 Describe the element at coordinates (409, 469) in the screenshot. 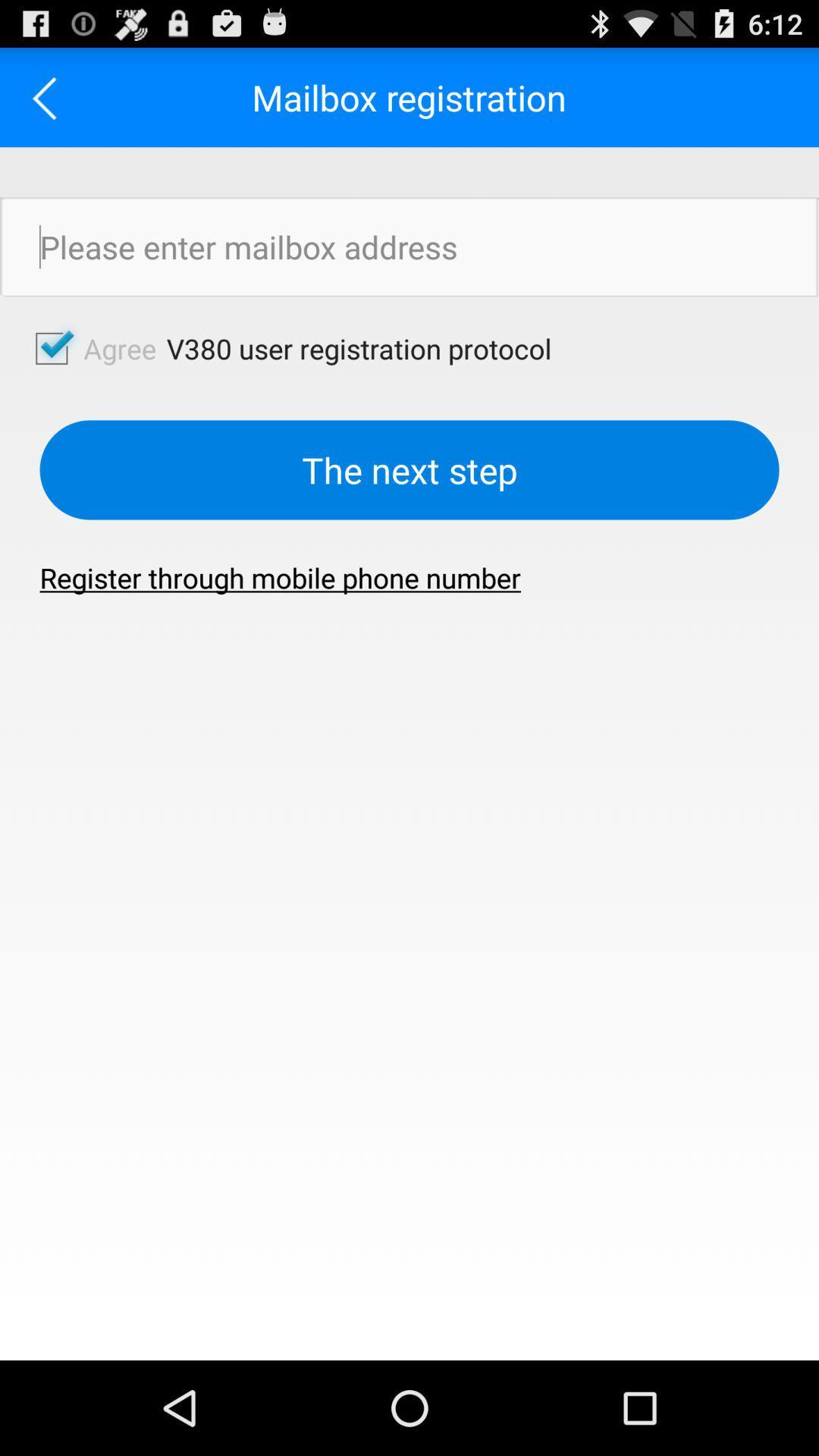

I see `button above the register through mobile icon` at that location.